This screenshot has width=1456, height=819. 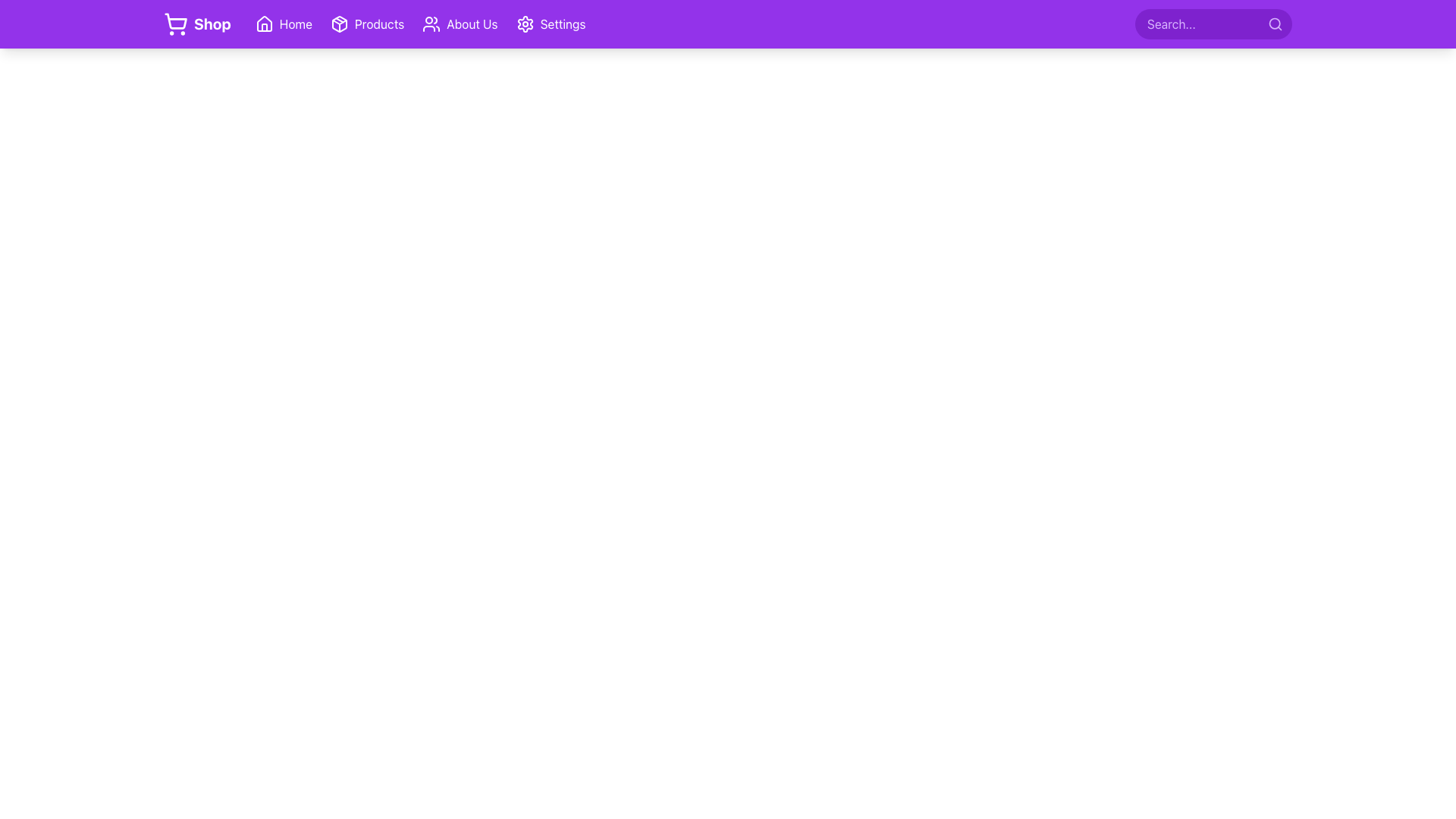 What do you see at coordinates (525, 24) in the screenshot?
I see `the decorative graphic of the settings icon, which is a gear-like structure located in the top-right corner of the user interface` at bounding box center [525, 24].